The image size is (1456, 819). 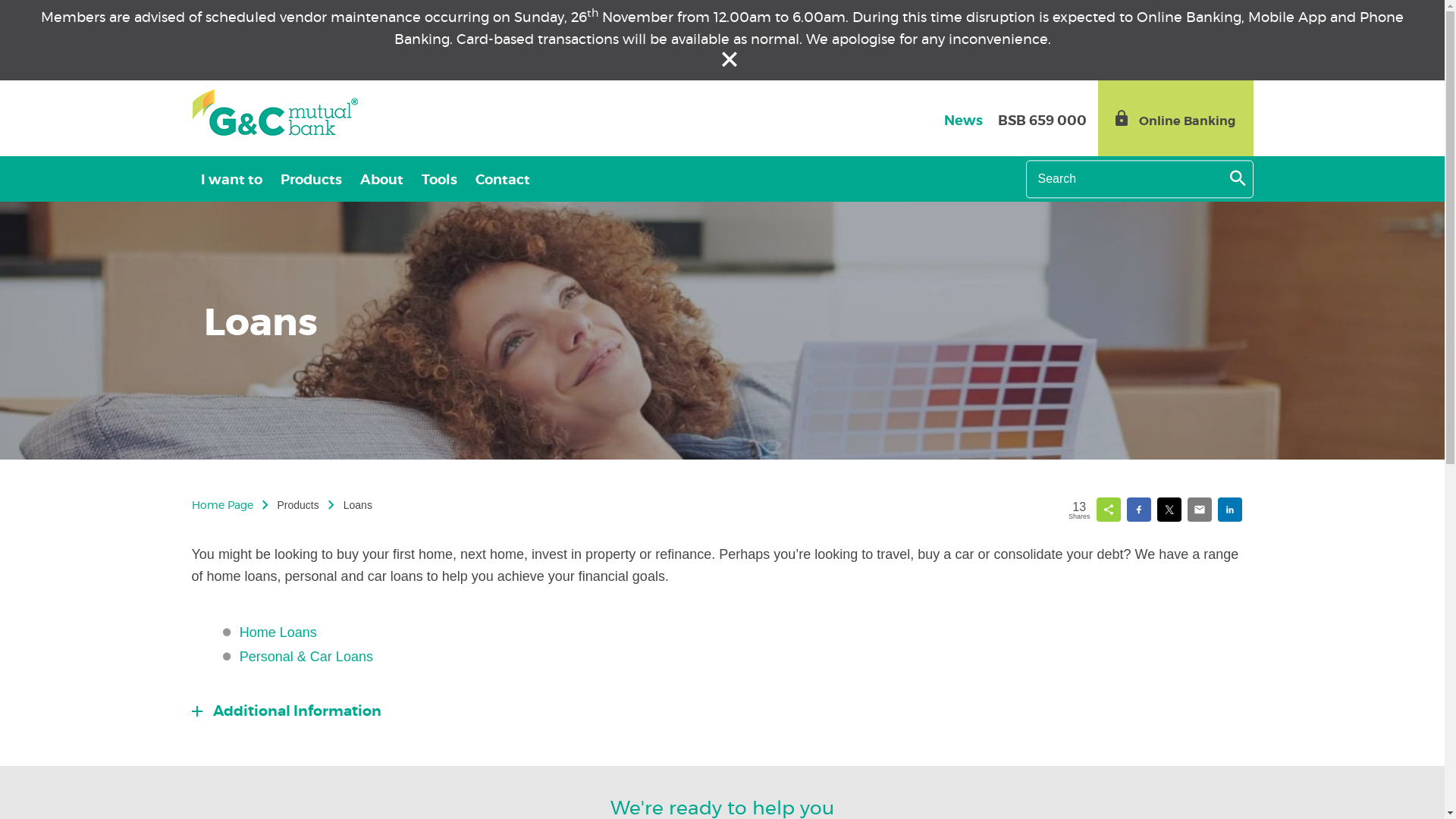 What do you see at coordinates (381, 177) in the screenshot?
I see `'About'` at bounding box center [381, 177].